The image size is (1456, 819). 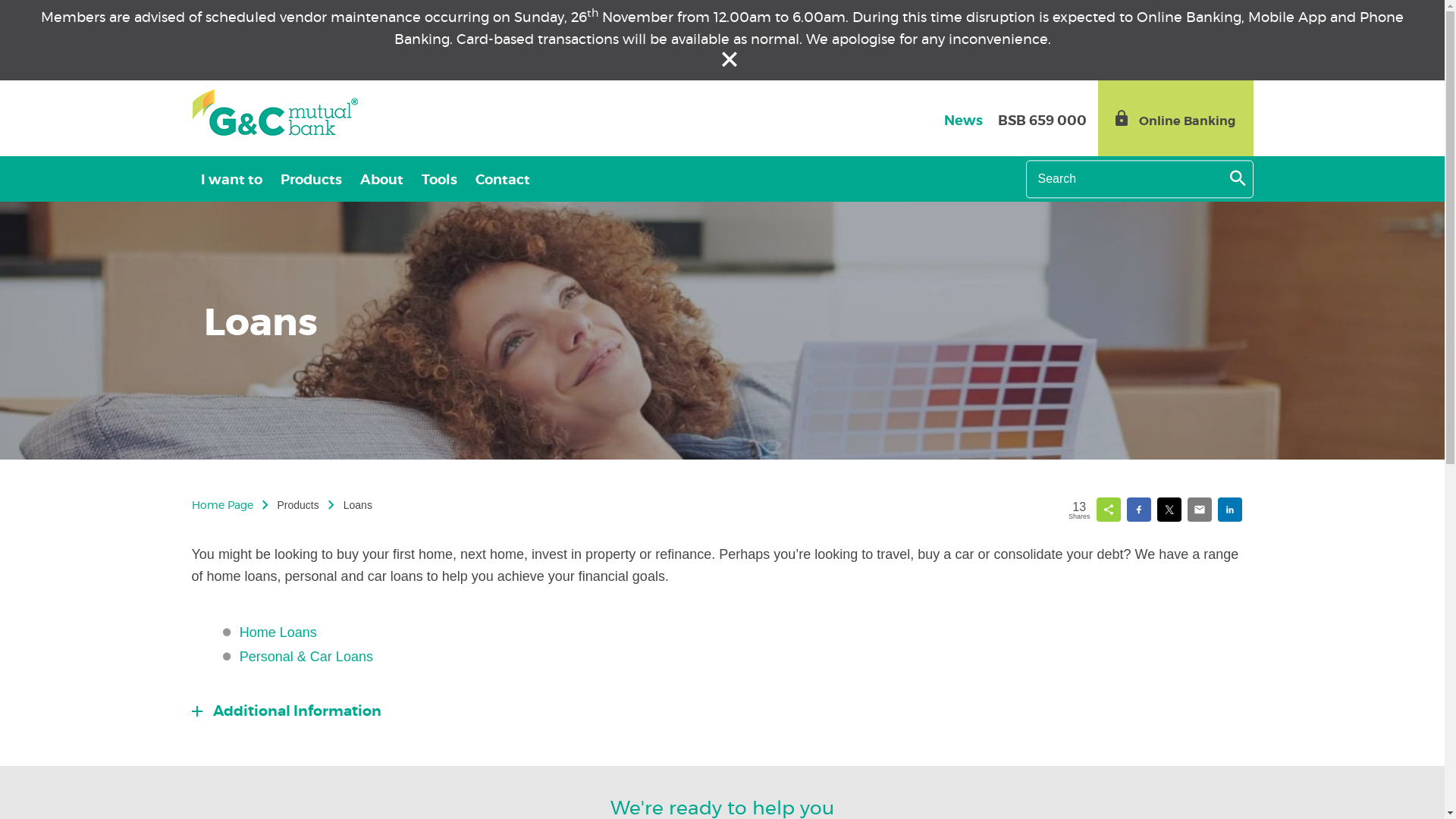 What do you see at coordinates (381, 177) in the screenshot?
I see `'About'` at bounding box center [381, 177].